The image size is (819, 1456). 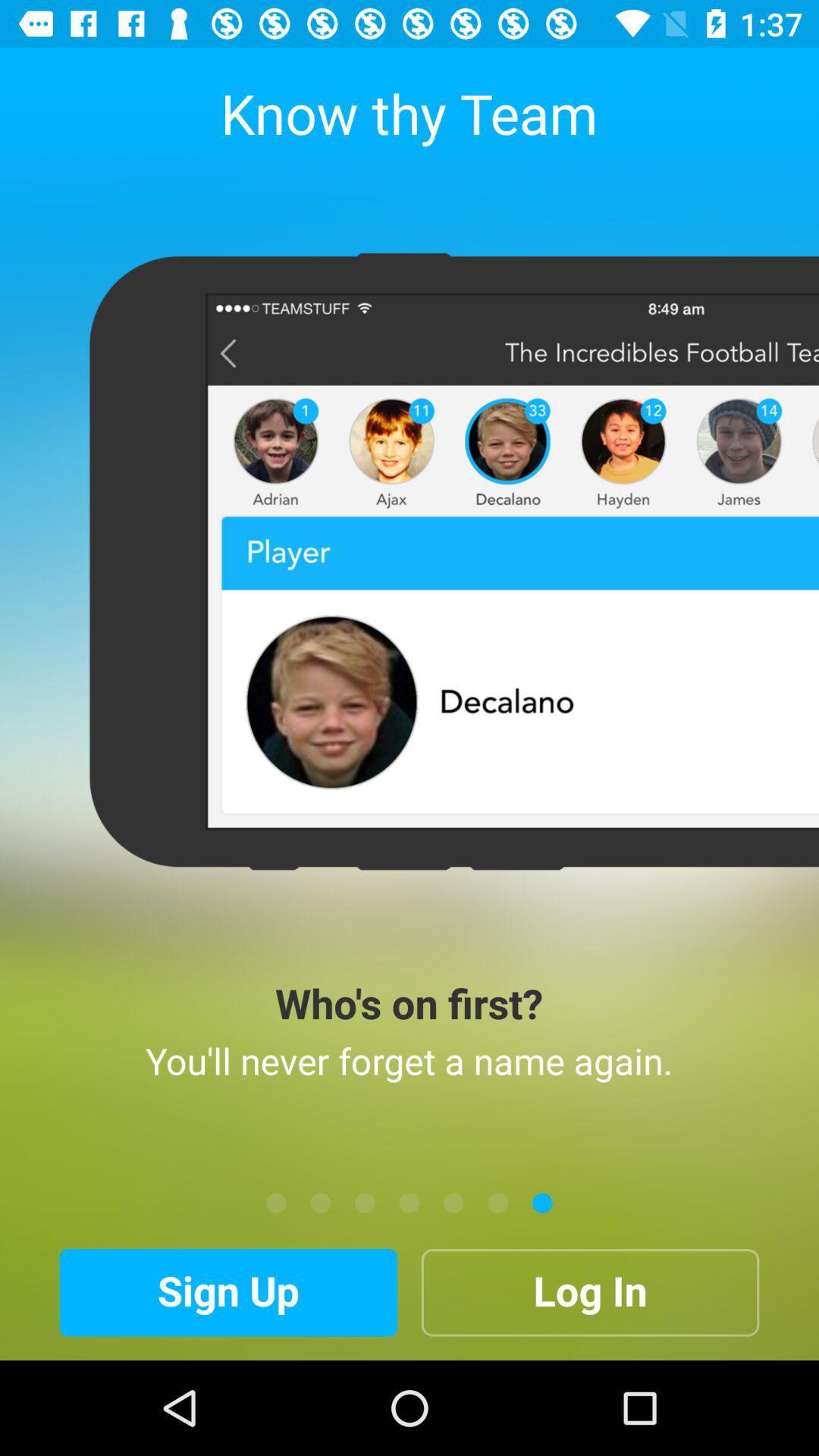 I want to click on the item above the sign up icon, so click(x=409, y=1202).